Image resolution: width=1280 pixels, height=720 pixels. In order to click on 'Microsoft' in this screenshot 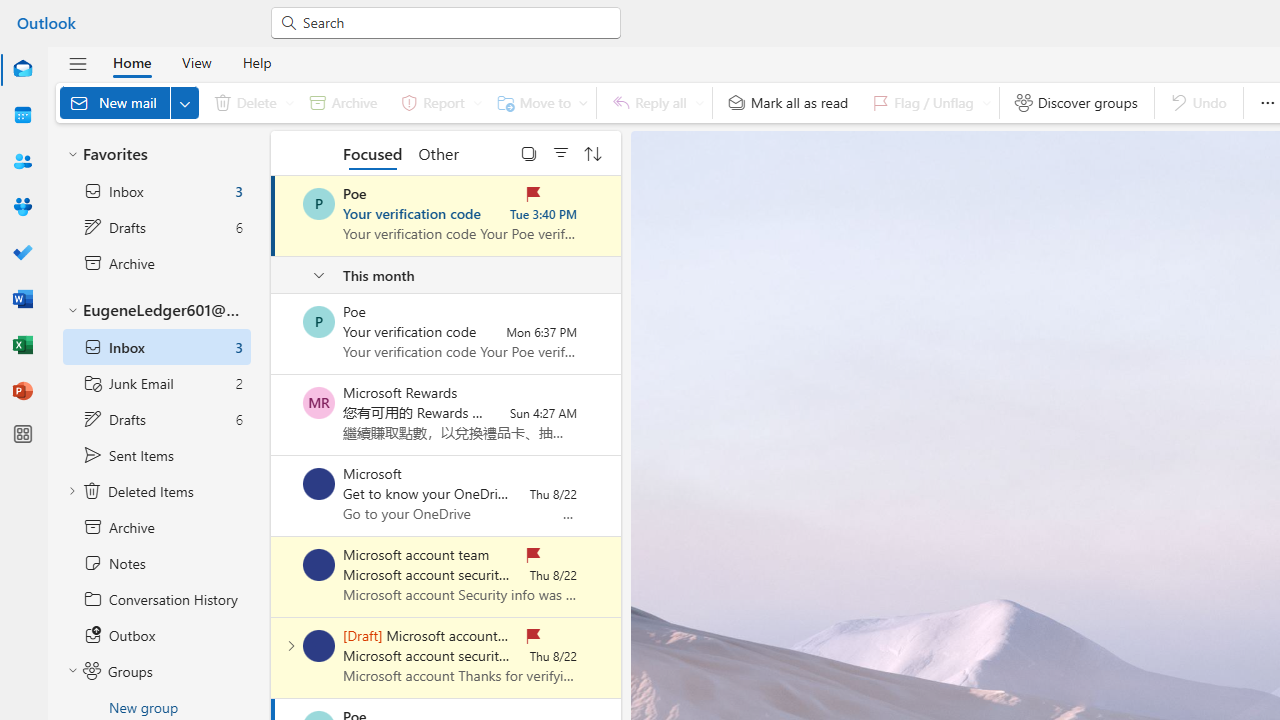, I will do `click(318, 483)`.